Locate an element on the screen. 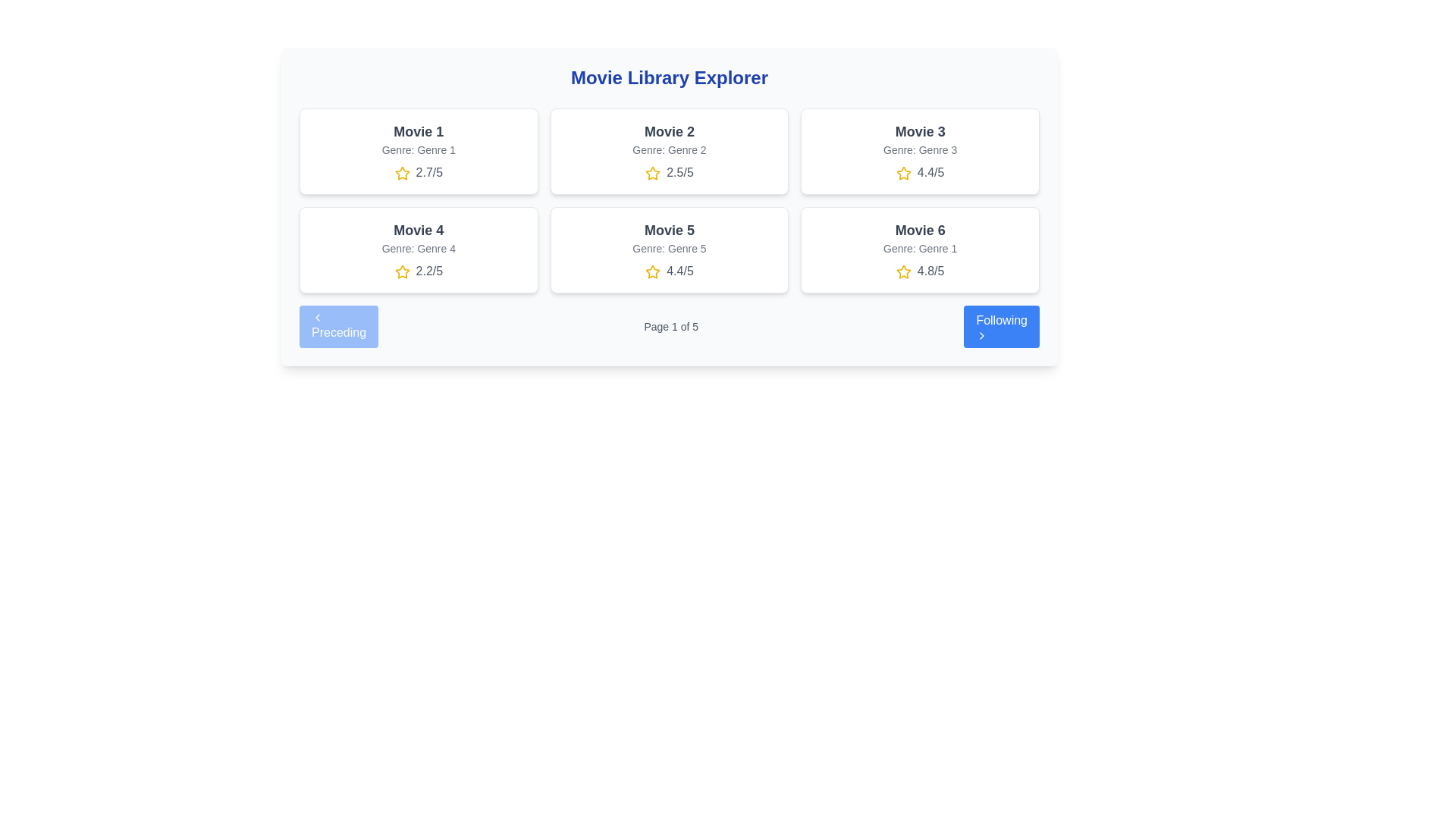 This screenshot has width=1456, height=819. the text label that displays the title of the movie in the first card of the grid layout is located at coordinates (419, 130).